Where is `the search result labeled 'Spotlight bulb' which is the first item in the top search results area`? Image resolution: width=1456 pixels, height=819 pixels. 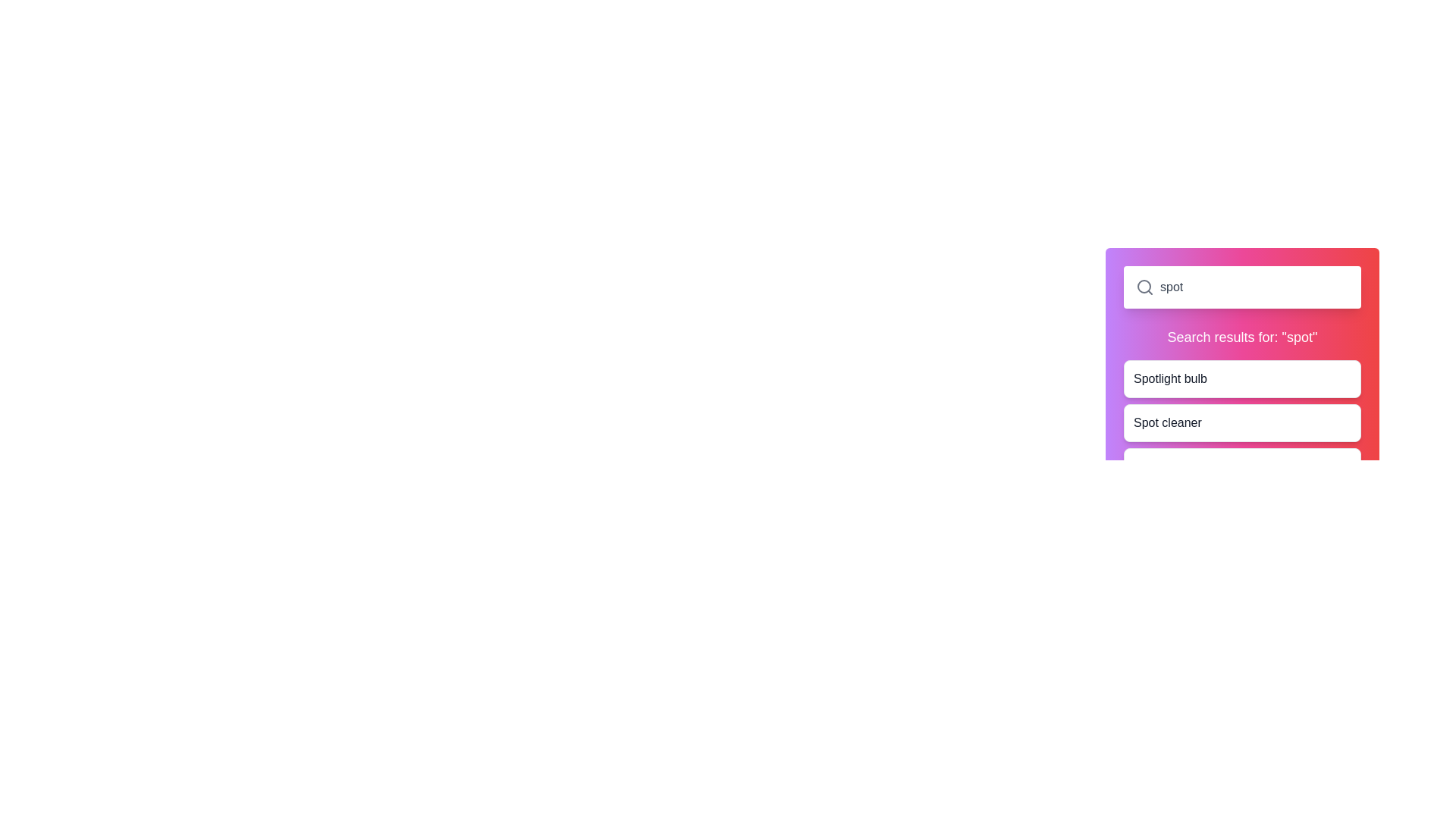
the search result labeled 'Spotlight bulb' which is the first item in the top search results area is located at coordinates (1169, 378).